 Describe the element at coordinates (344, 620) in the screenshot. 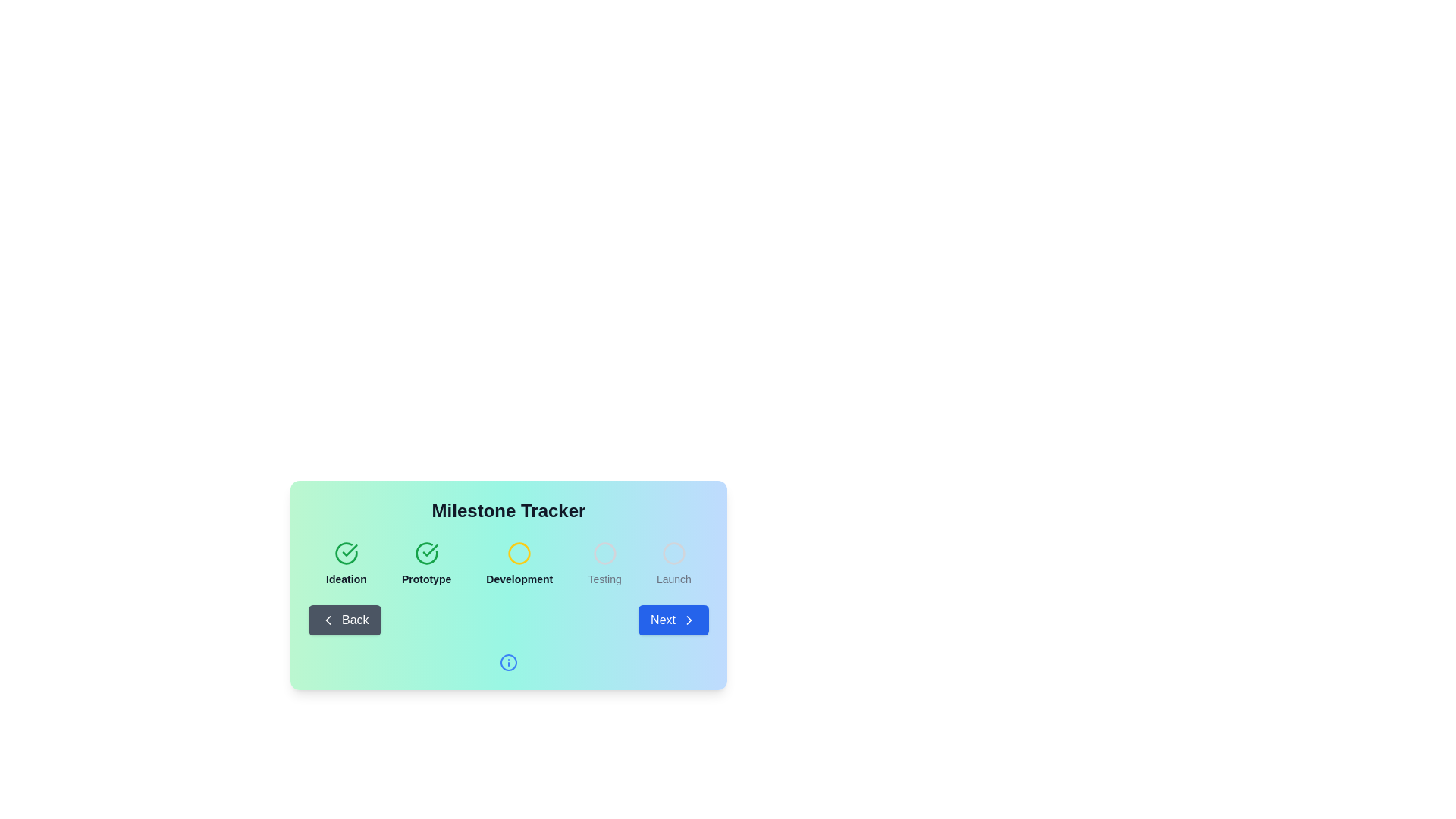

I see `the navigation button located at the bottom-left corner of the Milestone Tracker interface` at that location.